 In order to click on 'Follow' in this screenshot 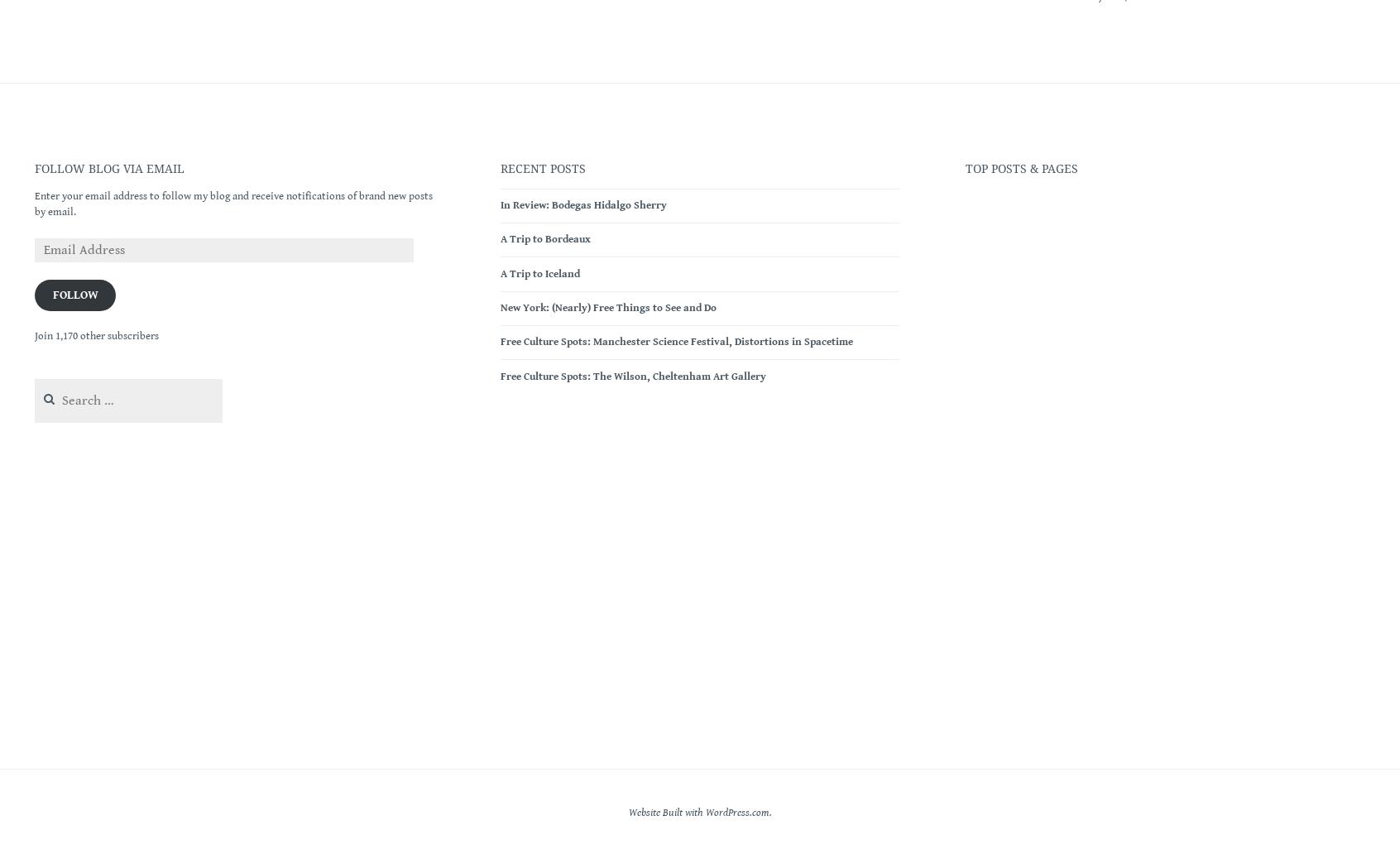, I will do `click(74, 294)`.